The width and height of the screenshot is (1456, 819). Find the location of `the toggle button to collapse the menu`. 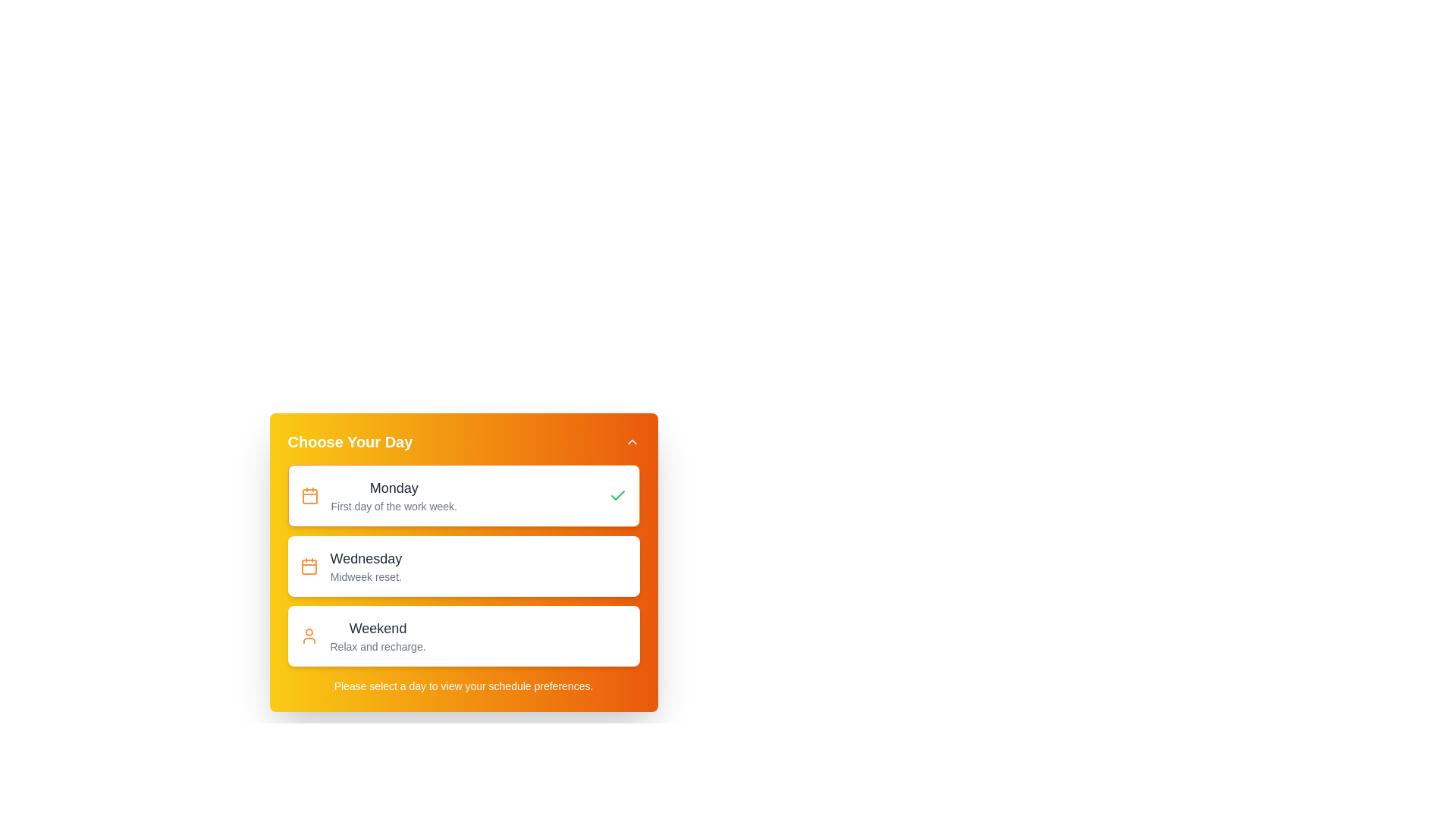

the toggle button to collapse the menu is located at coordinates (632, 441).